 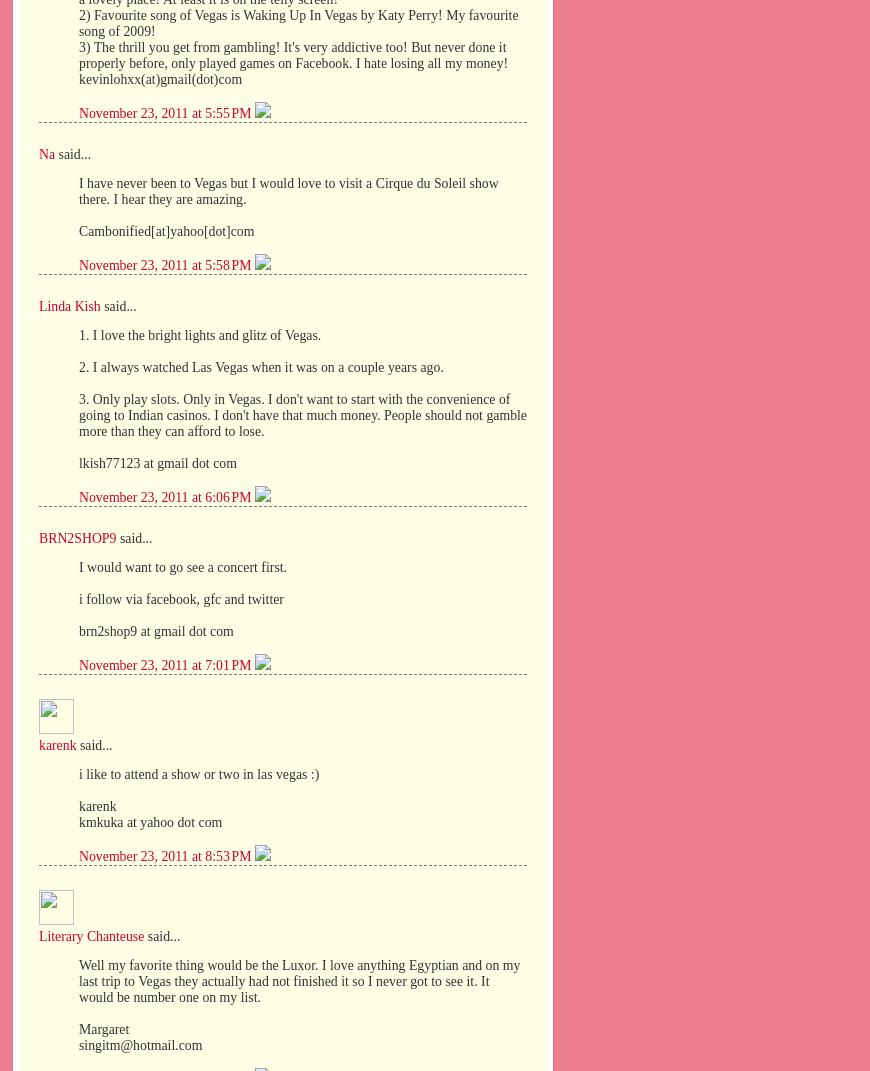 What do you see at coordinates (199, 334) in the screenshot?
I see `'1.  I love the bright lights and glitz of Vegas.'` at bounding box center [199, 334].